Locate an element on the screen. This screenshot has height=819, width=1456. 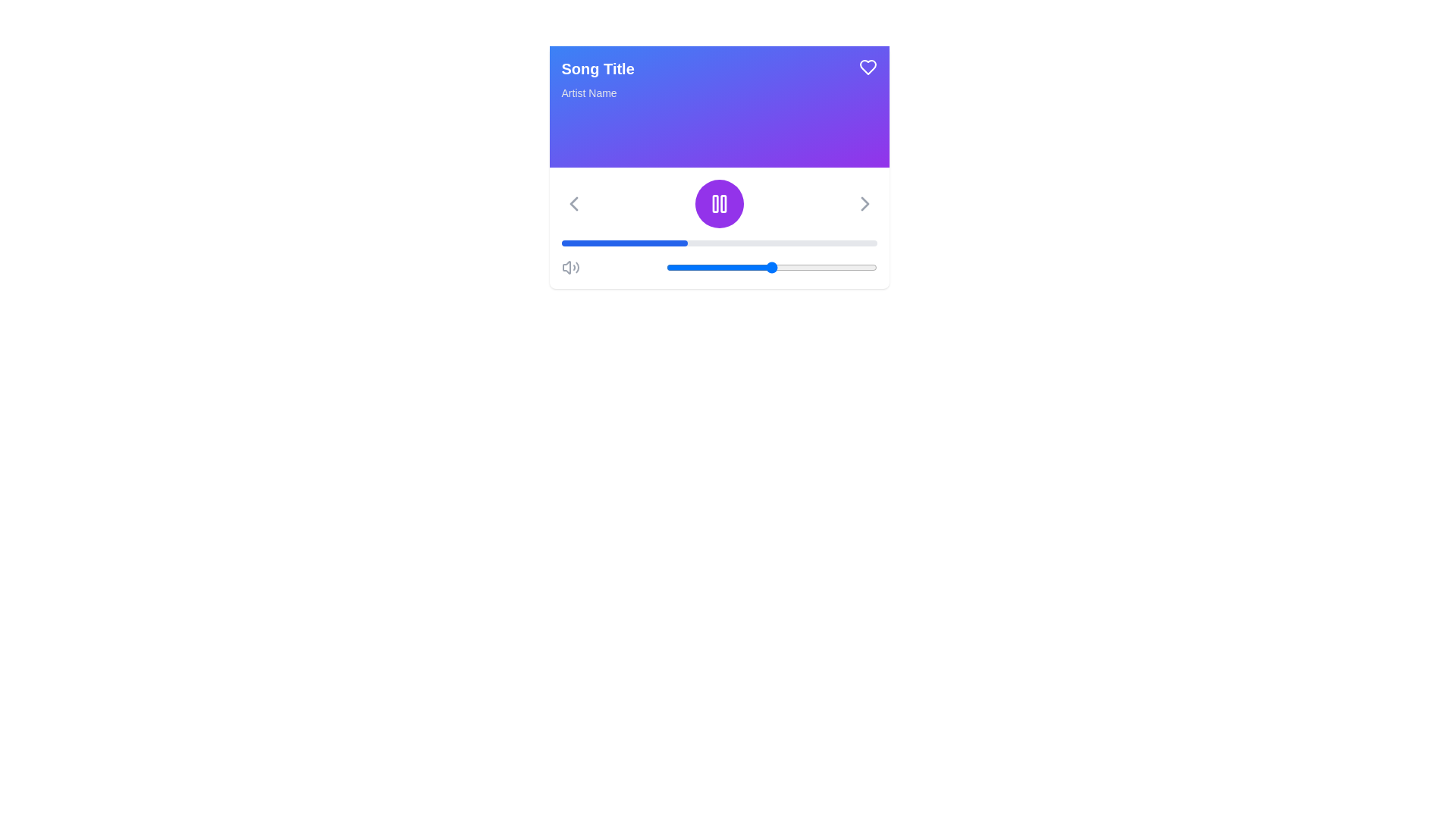
the speaker icon representing a volume control to adjust the volume is located at coordinates (570, 267).